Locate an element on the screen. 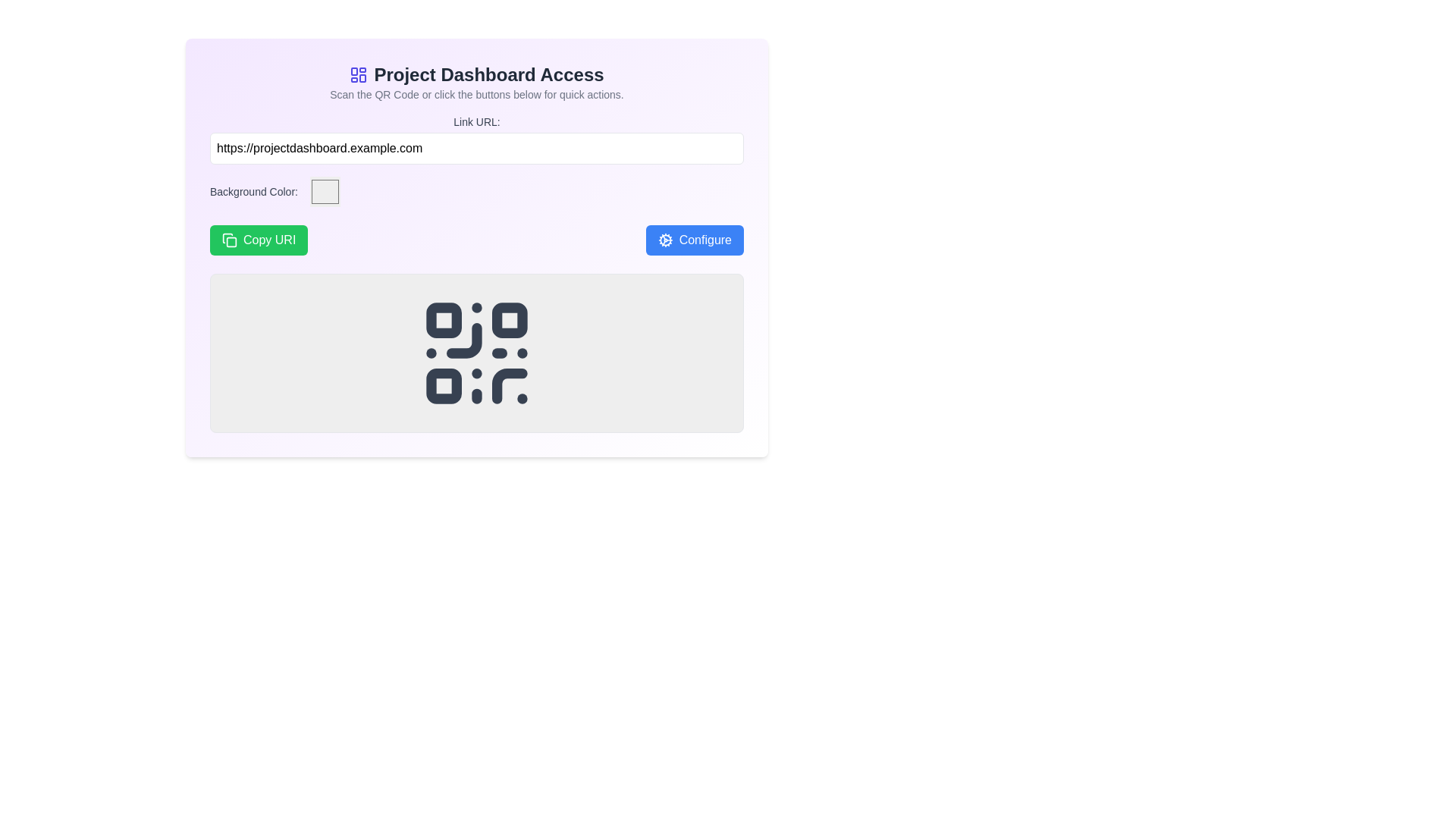 The width and height of the screenshot is (1456, 819). the small rounded square with a dark fill color located in the bottom-left quadrant of the QR code, which is the third square in the sequence of small squares is located at coordinates (443, 385).